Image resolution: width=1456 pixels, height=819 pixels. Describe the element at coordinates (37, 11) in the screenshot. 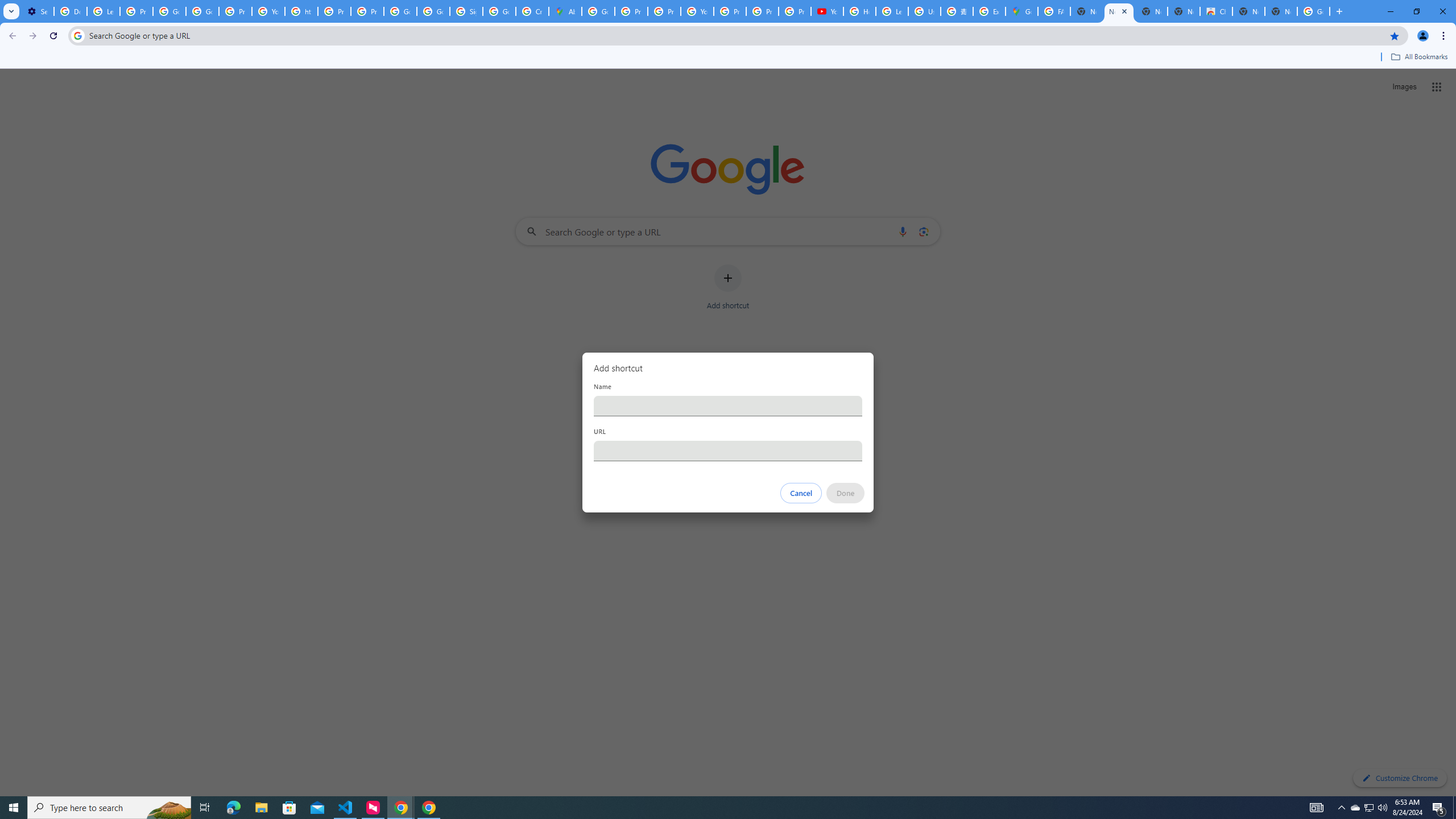

I see `'Settings - On startup'` at that location.